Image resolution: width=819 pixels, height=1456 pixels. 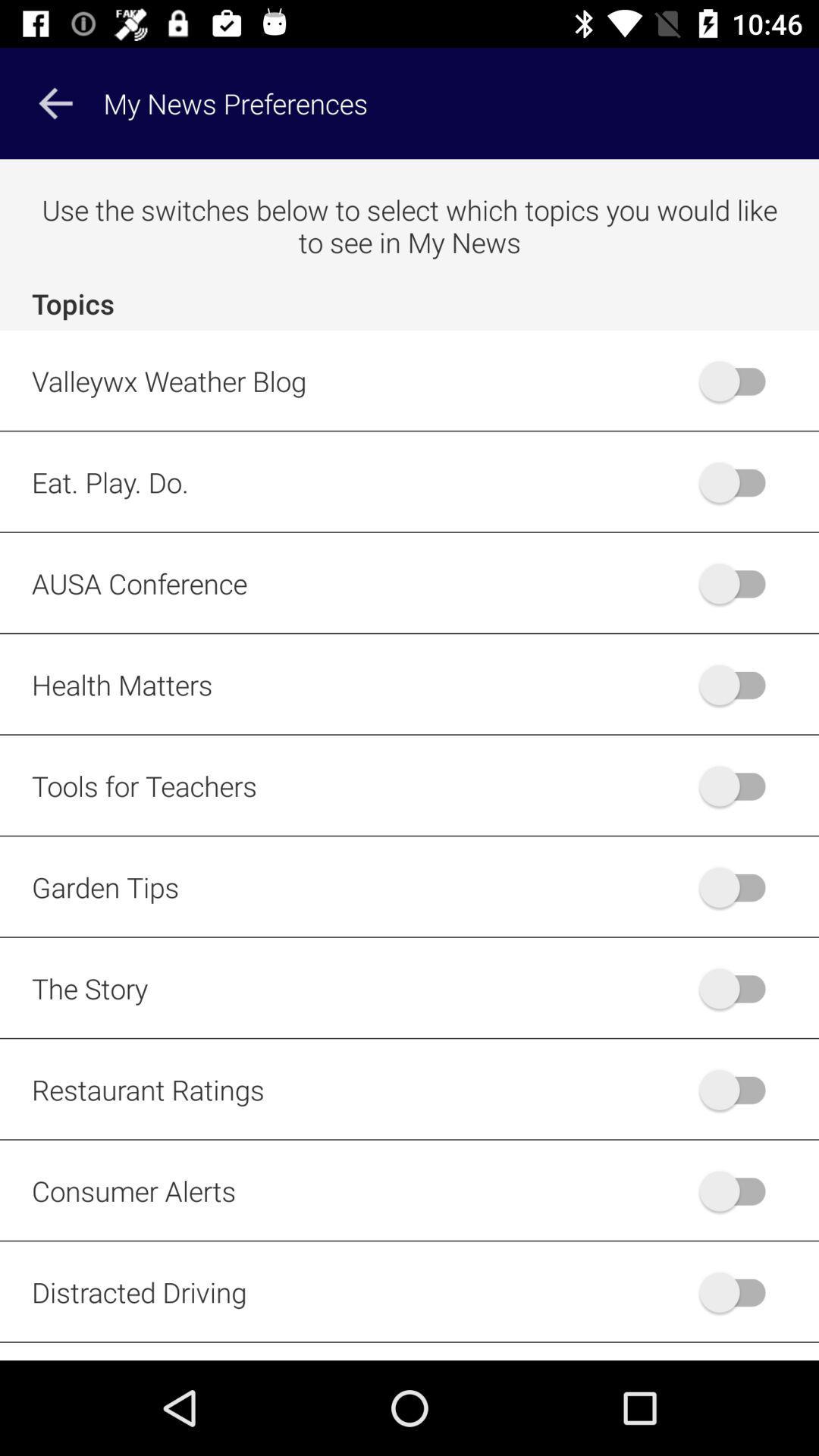 What do you see at coordinates (739, 1190) in the screenshot?
I see `toggles consumer alerts` at bounding box center [739, 1190].